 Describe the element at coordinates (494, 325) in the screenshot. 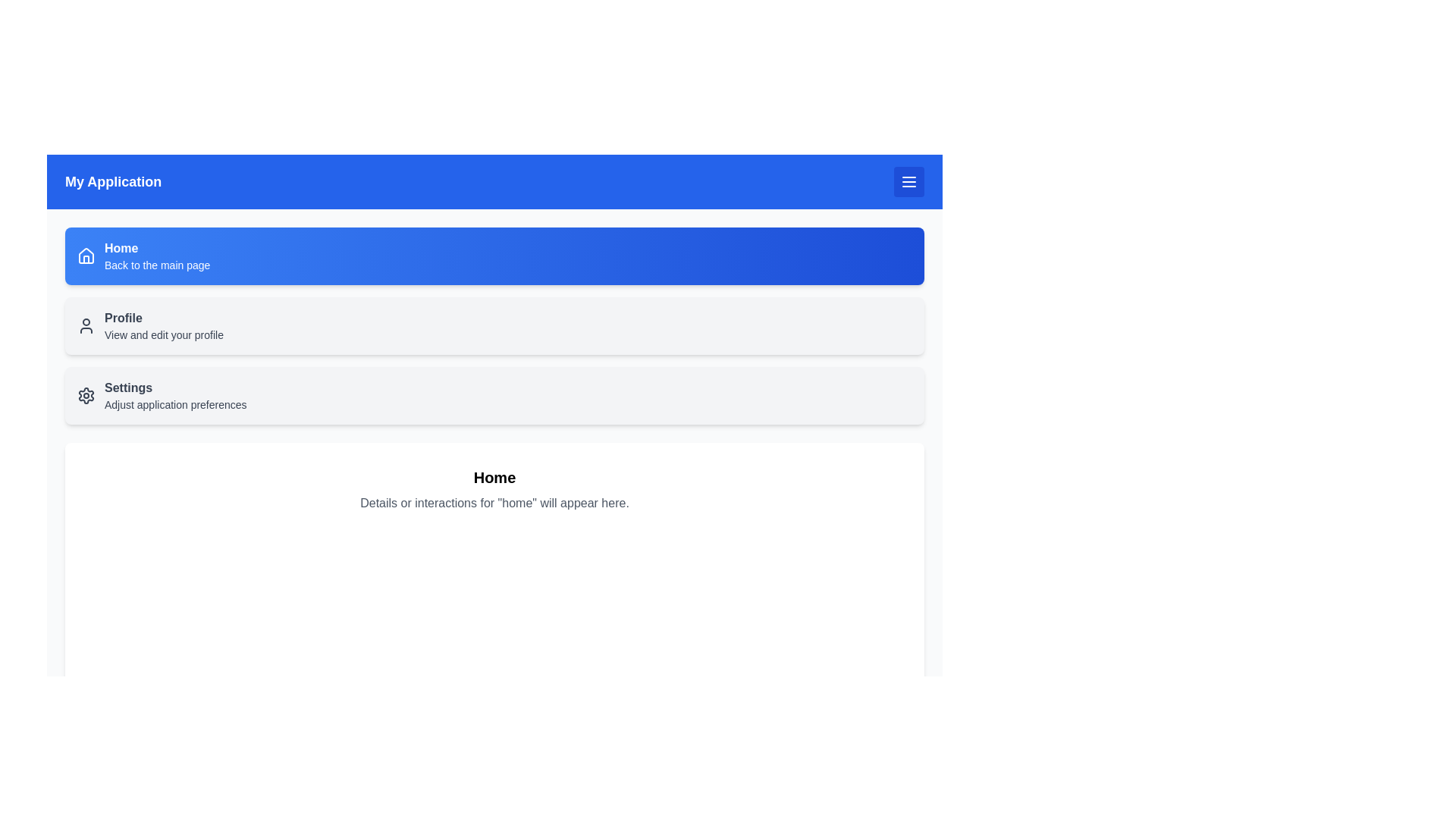

I see `the second item in the vertical navigation list, which is related to user profile viewing and editing` at that location.